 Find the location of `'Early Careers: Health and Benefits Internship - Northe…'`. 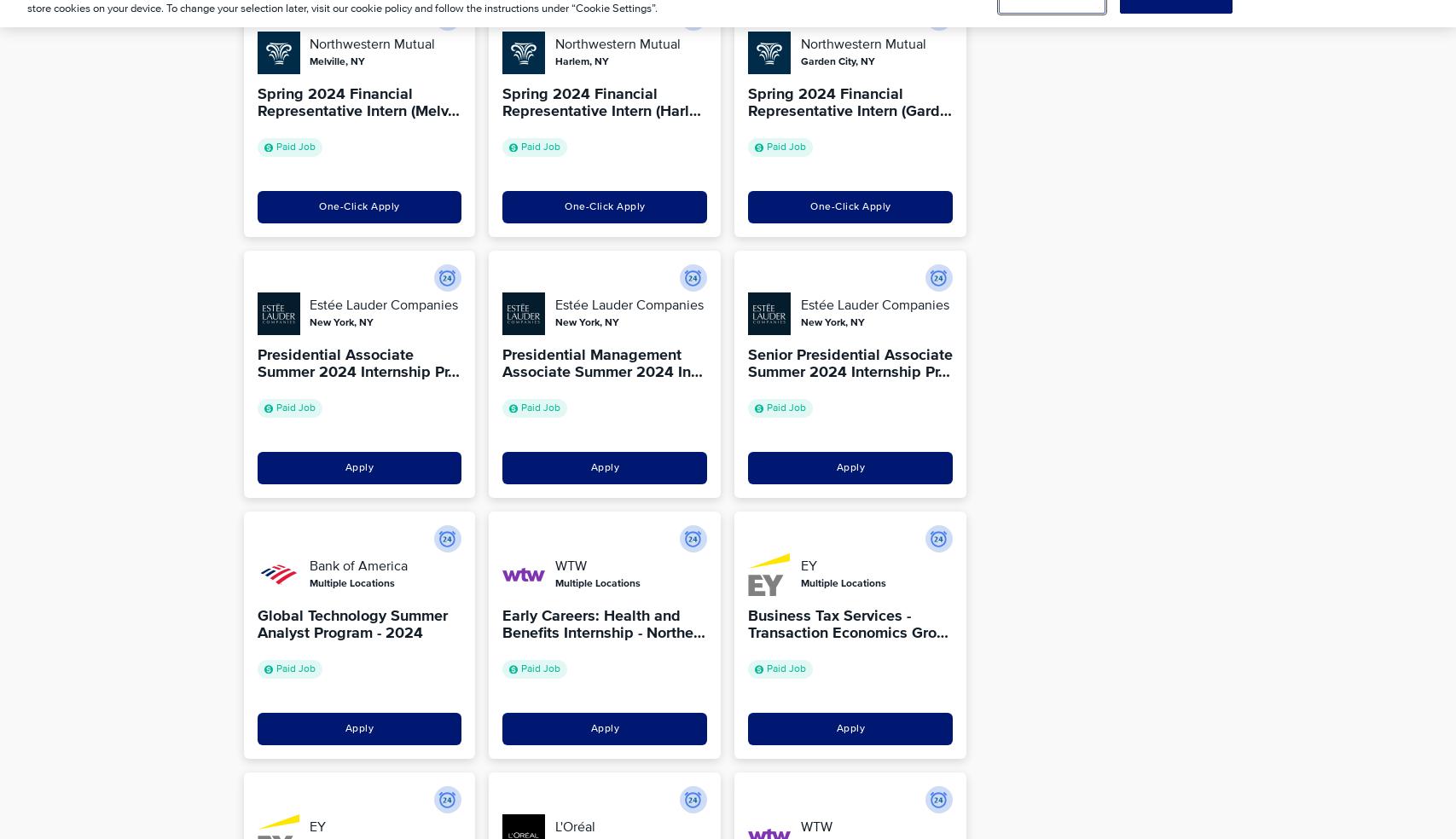

'Early Careers: Health and Benefits Internship - Northe…' is located at coordinates (604, 624).